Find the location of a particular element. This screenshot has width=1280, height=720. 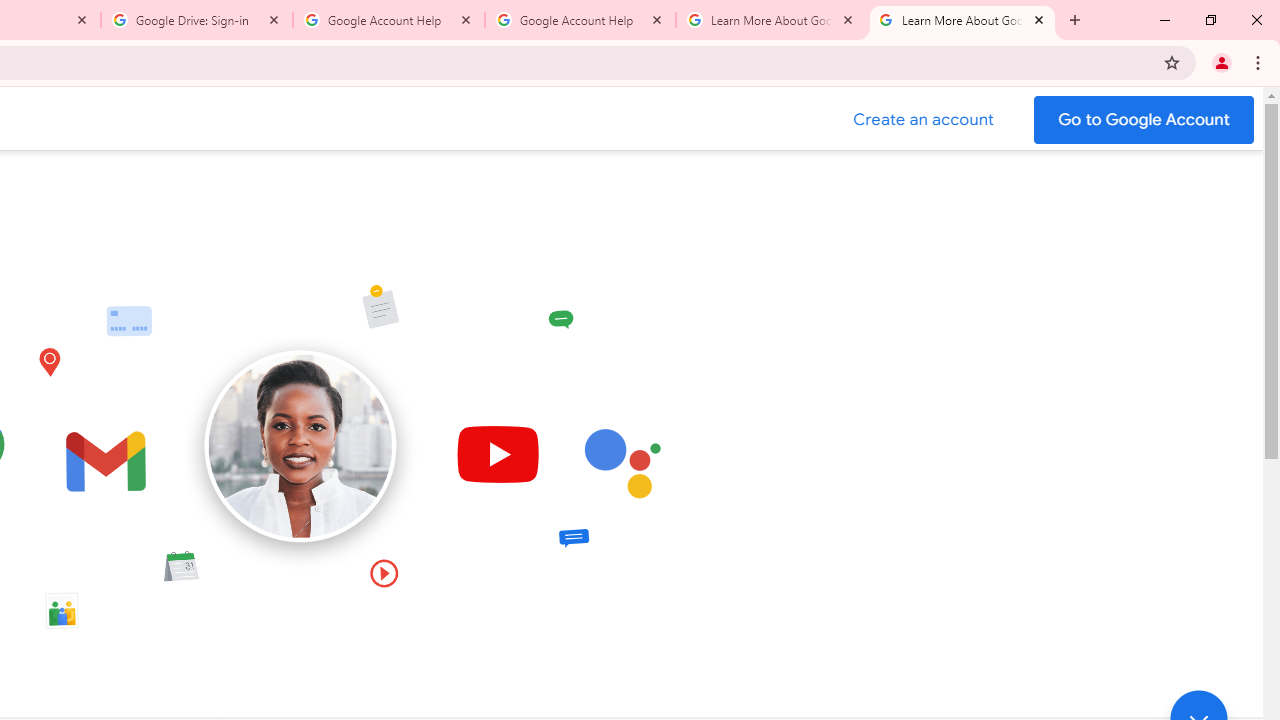

'Google Drive: Sign-in' is located at coordinates (197, 20).